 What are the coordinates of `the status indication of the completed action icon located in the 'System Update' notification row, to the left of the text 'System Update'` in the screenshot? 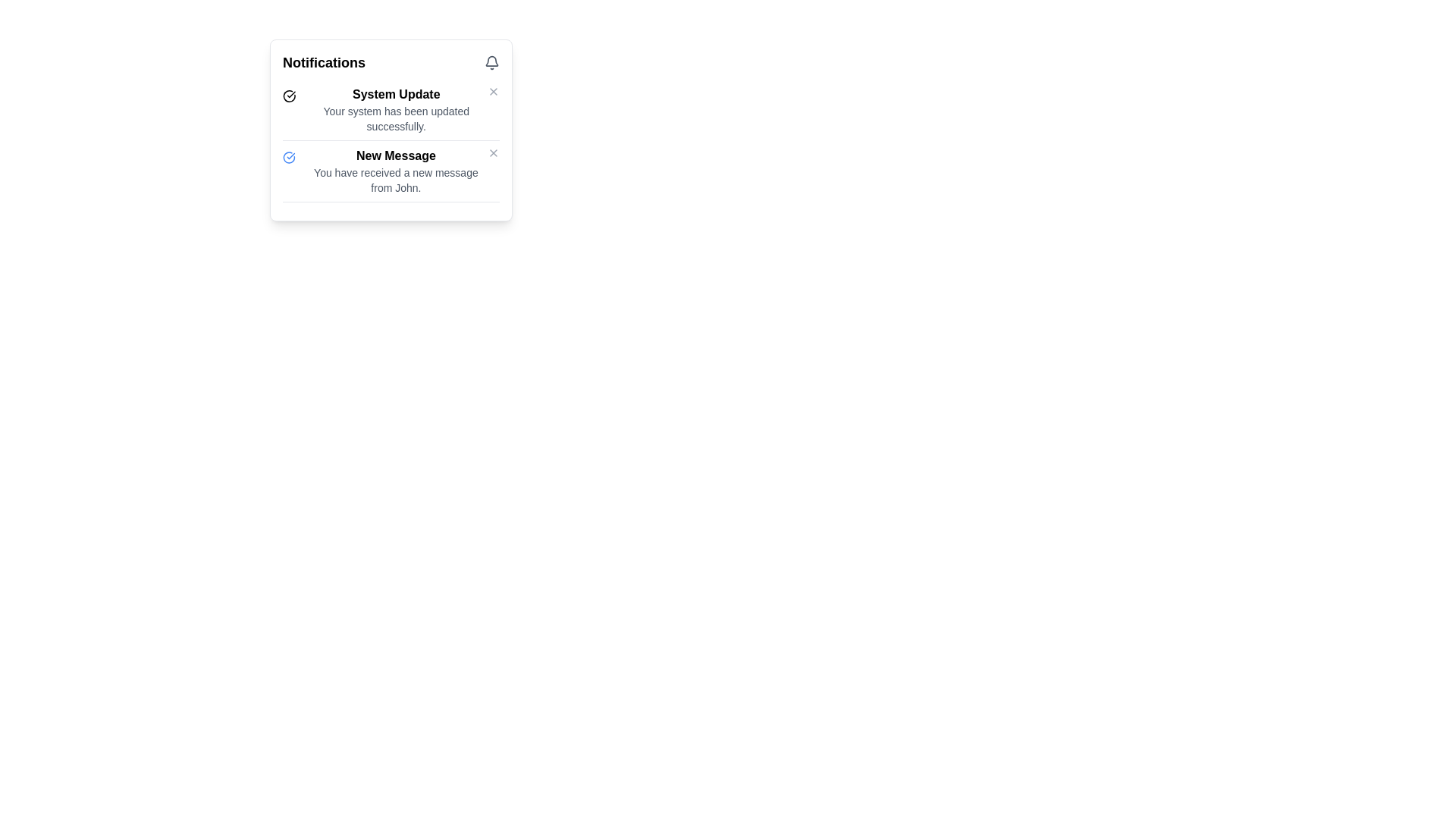 It's located at (289, 96).